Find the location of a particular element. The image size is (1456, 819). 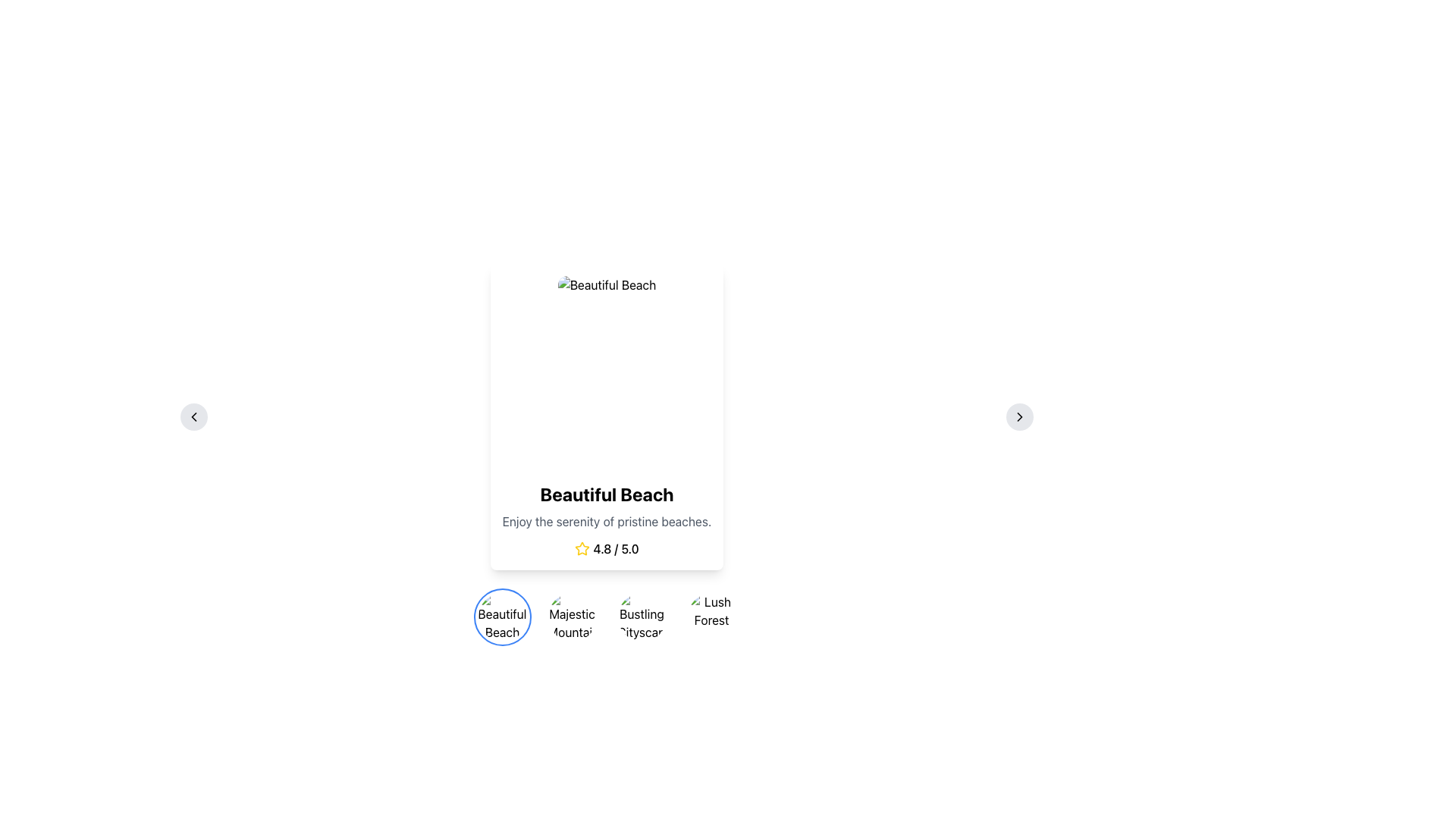

the navigation button located to the left of the 'Beautiful Beach' content block is located at coordinates (193, 417).